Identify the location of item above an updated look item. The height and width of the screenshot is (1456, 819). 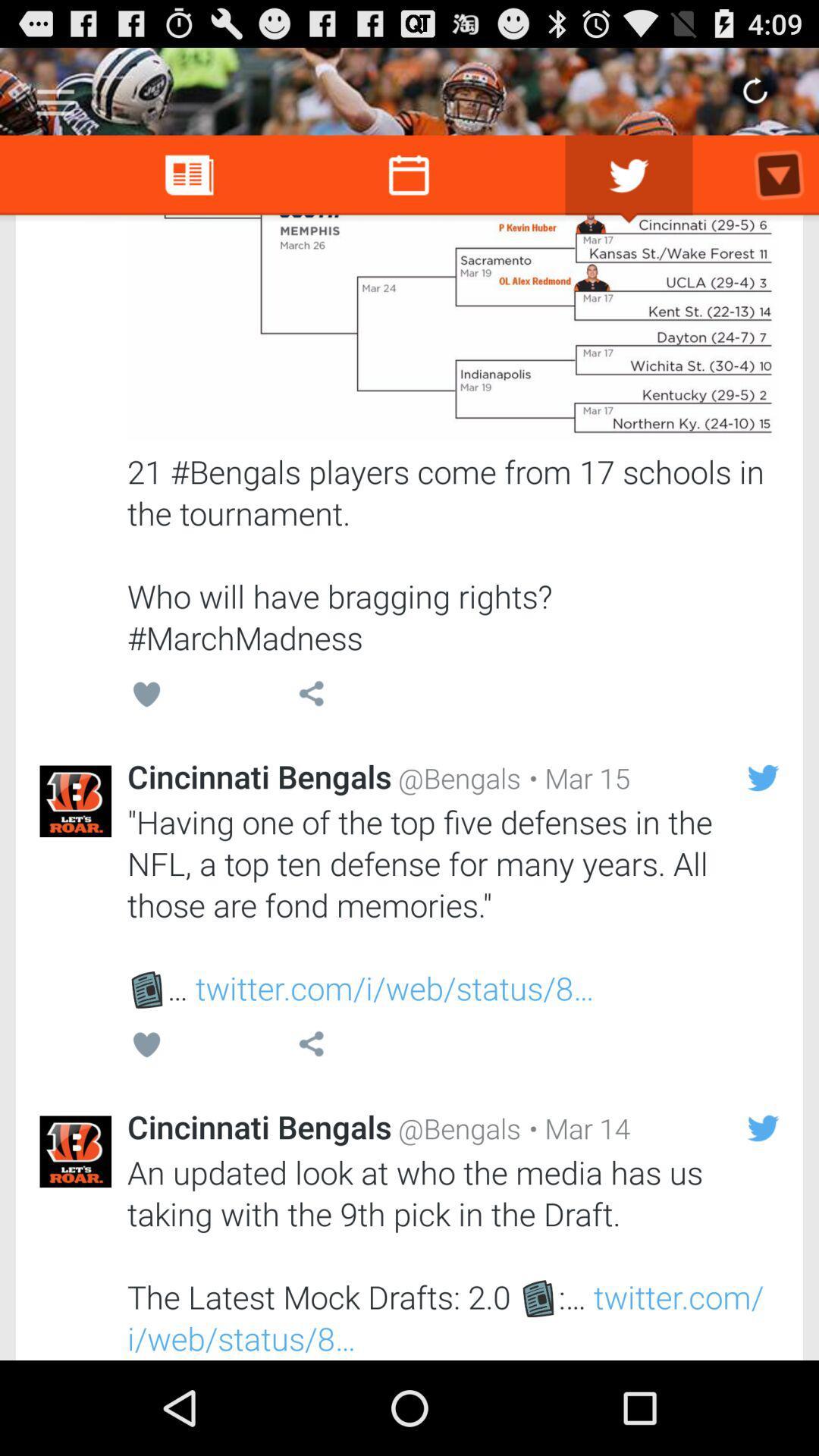
(576, 1128).